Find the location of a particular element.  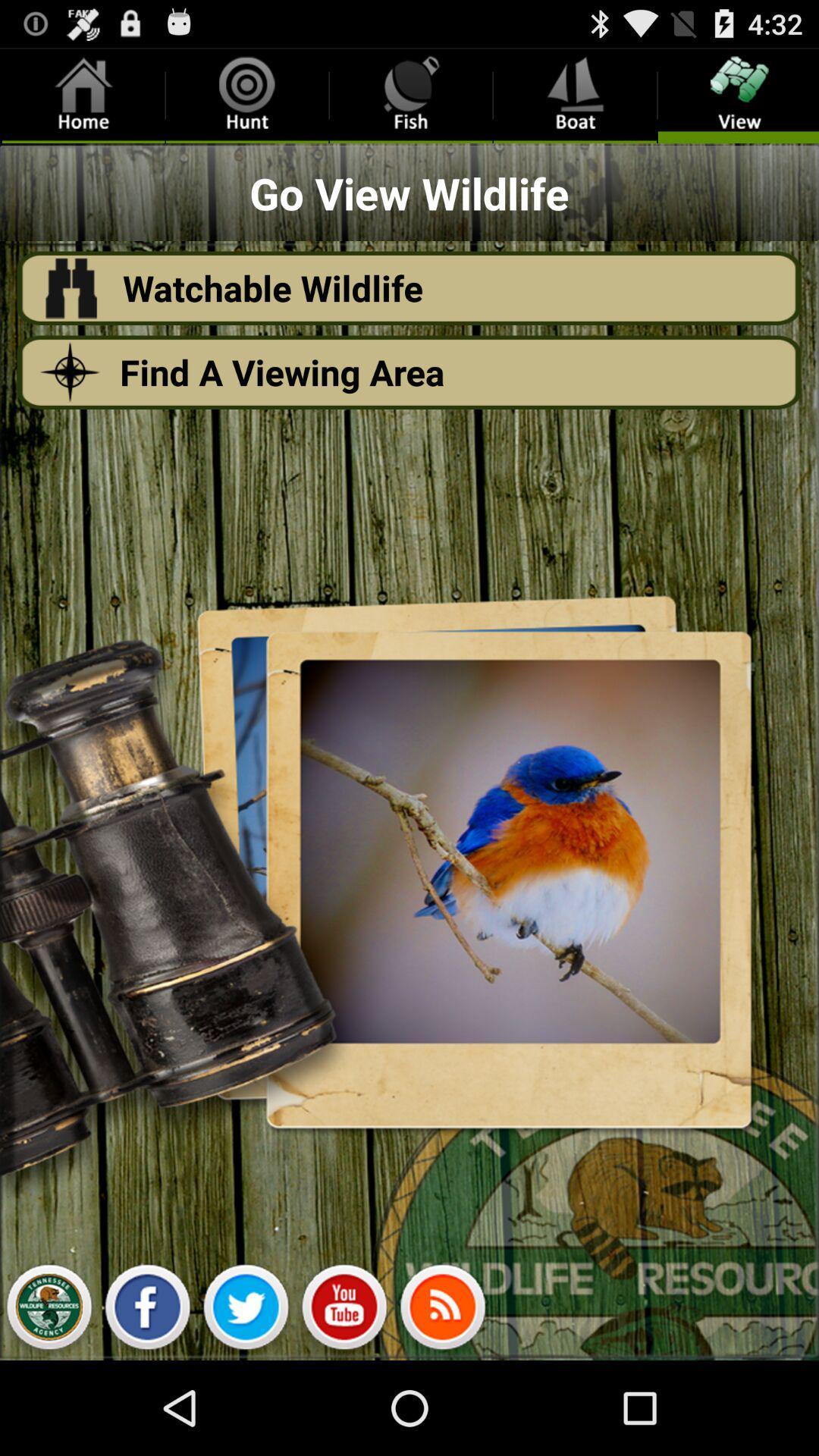

share to twitter is located at coordinates (245, 1310).